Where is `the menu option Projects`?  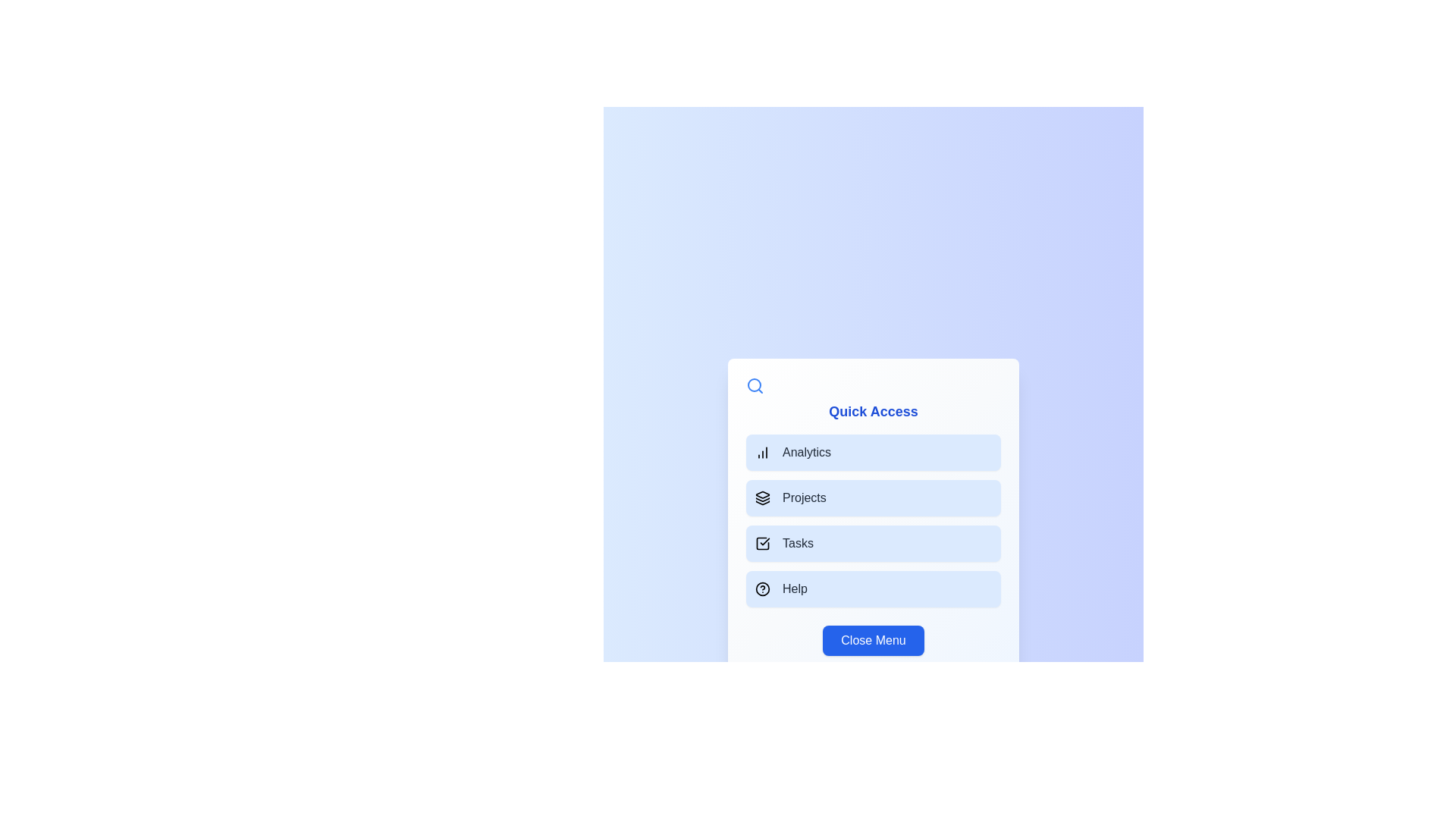 the menu option Projects is located at coordinates (874, 497).